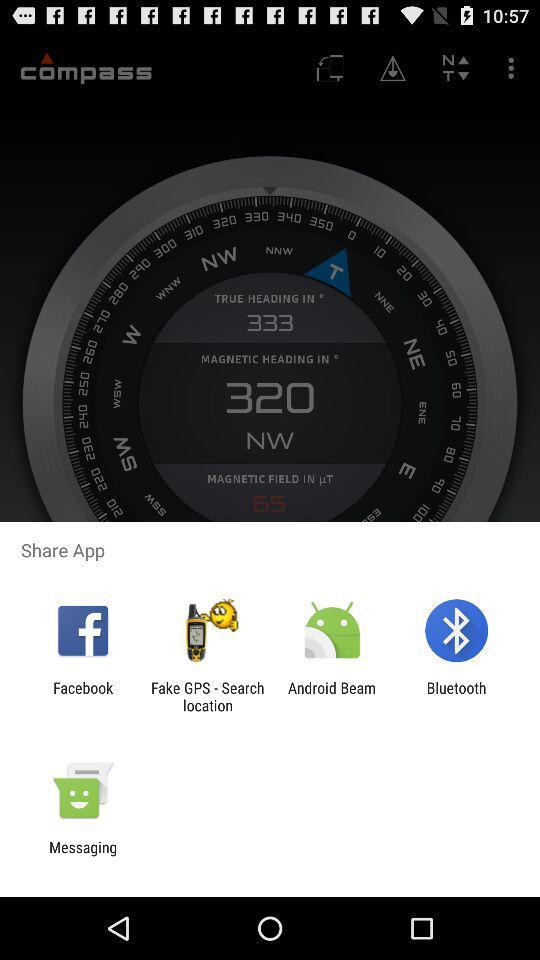 The height and width of the screenshot is (960, 540). Describe the element at coordinates (82, 696) in the screenshot. I see `icon next to the fake gps search item` at that location.